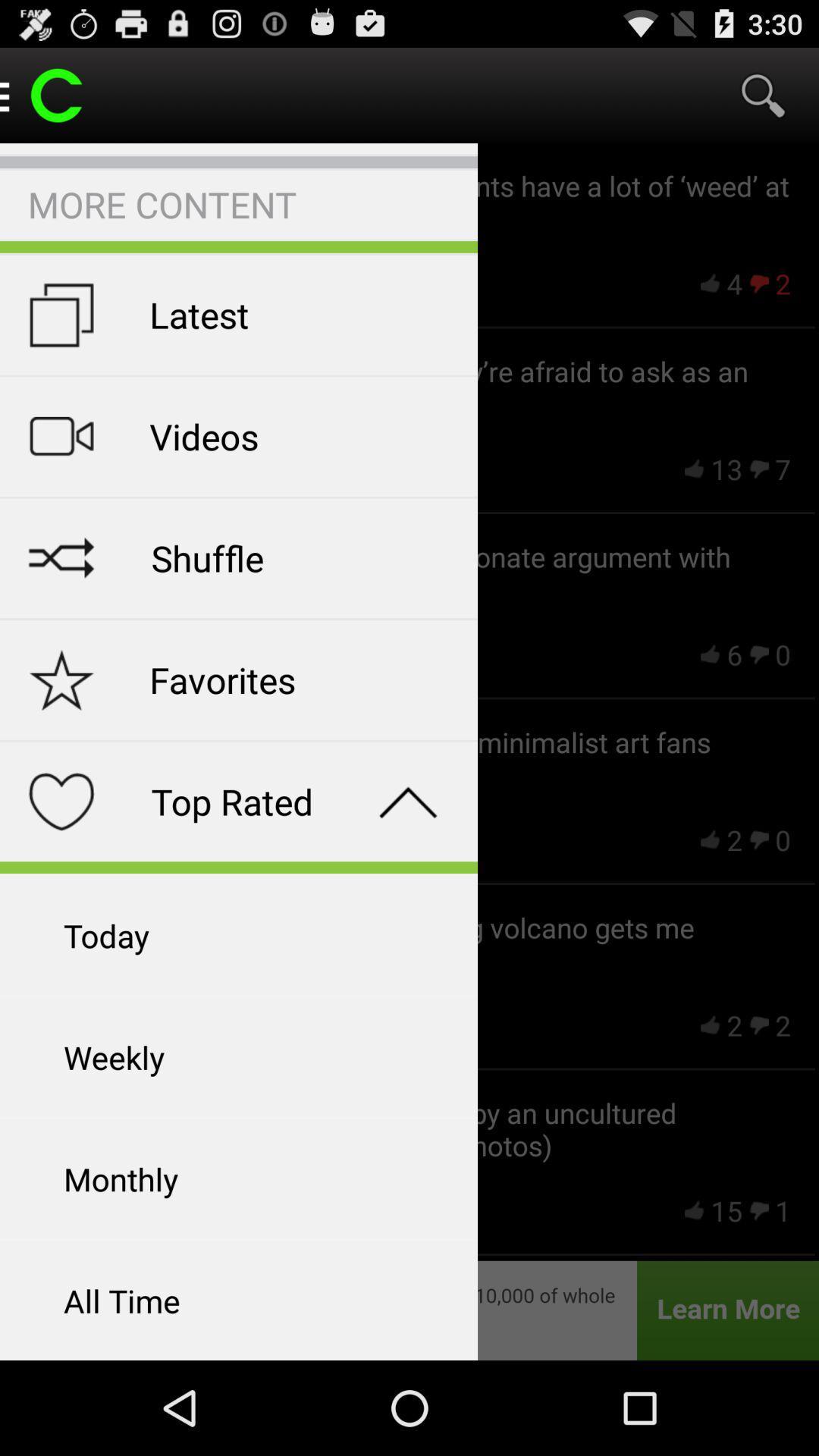  Describe the element at coordinates (711, 839) in the screenshot. I see `likes icon at 4th line` at that location.